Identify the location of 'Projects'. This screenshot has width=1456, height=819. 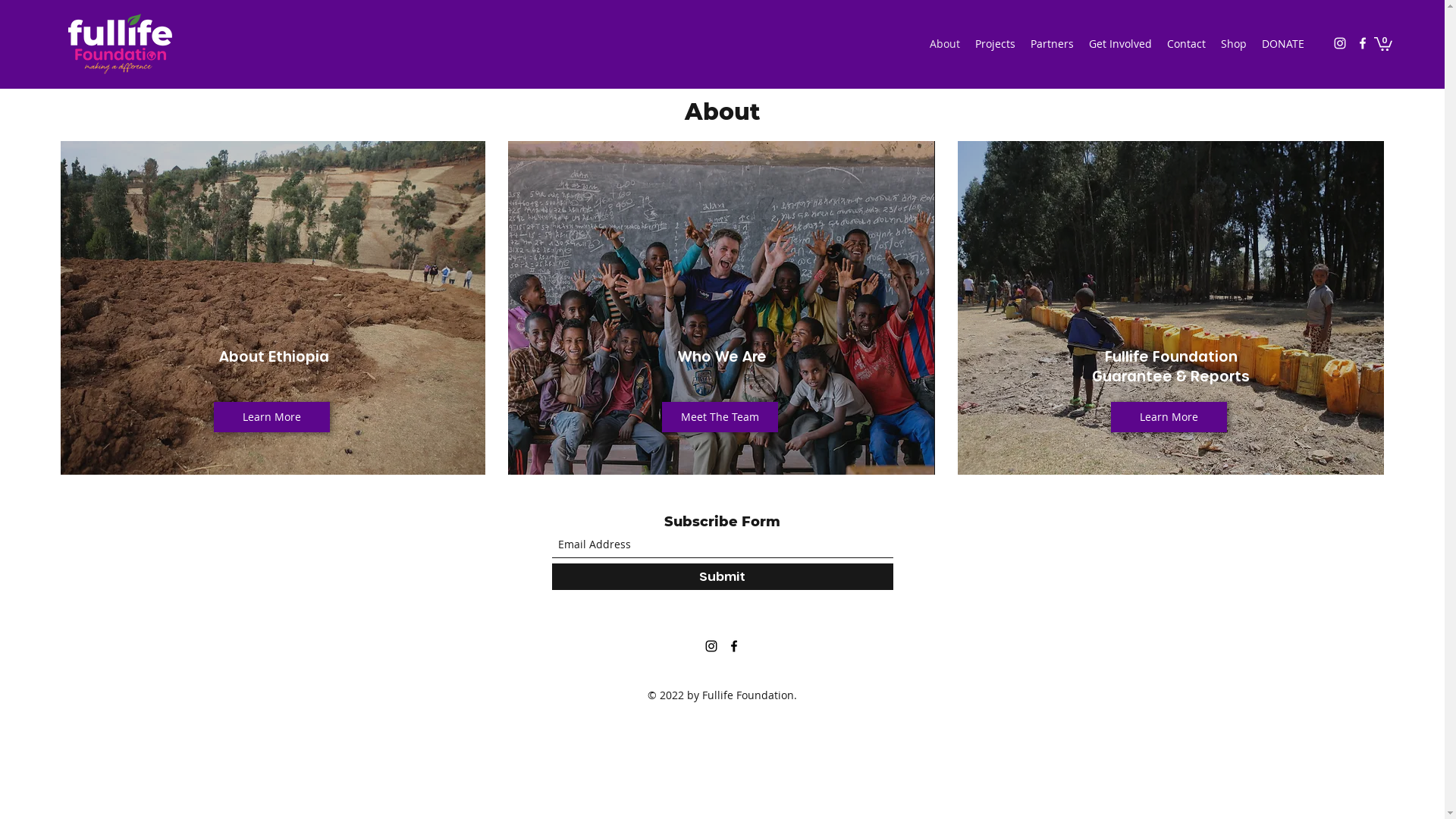
(995, 42).